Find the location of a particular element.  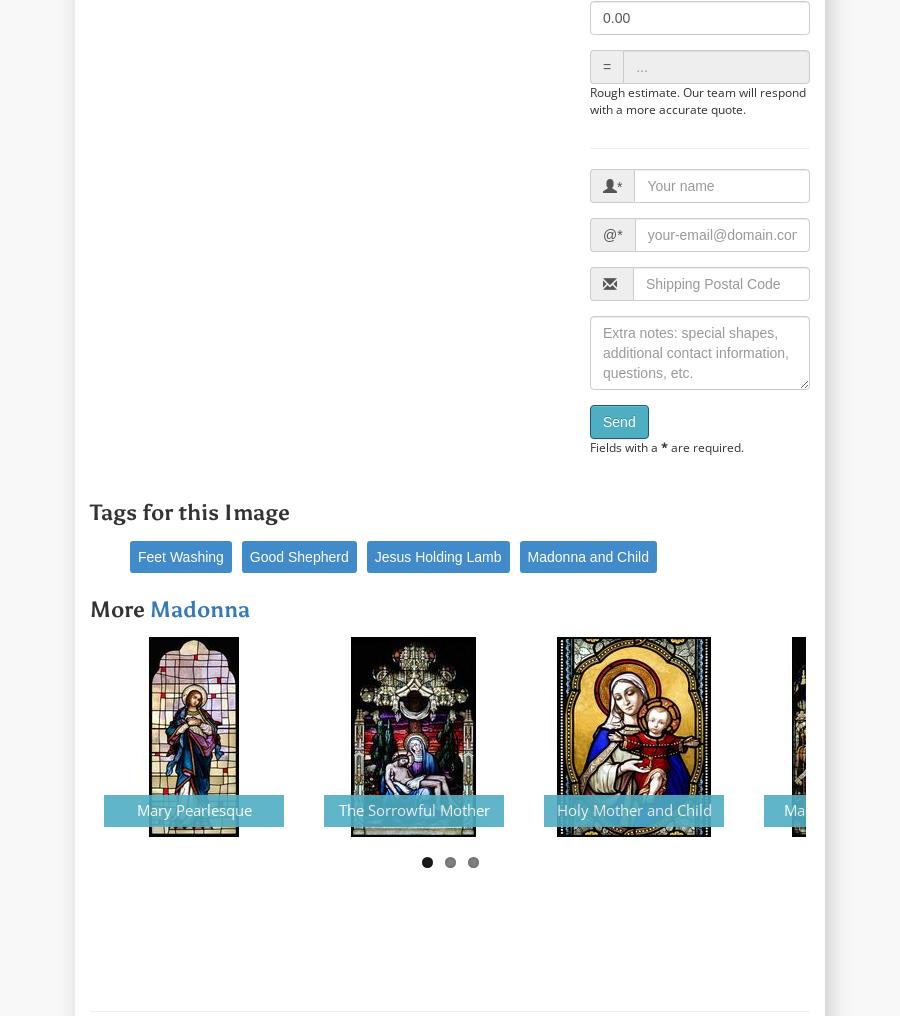

'@*' is located at coordinates (612, 235).